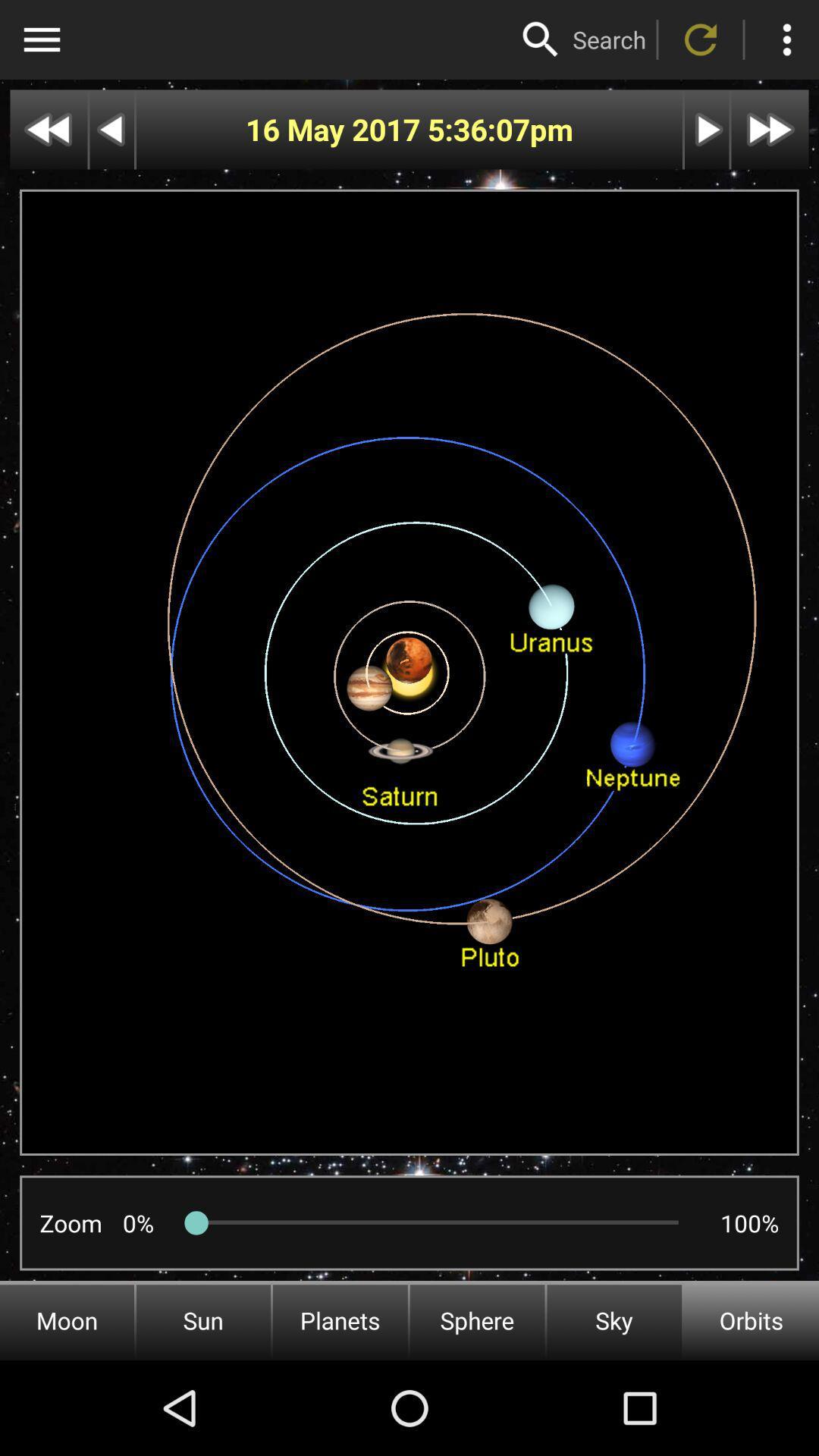  I want to click on see more options, so click(786, 39).